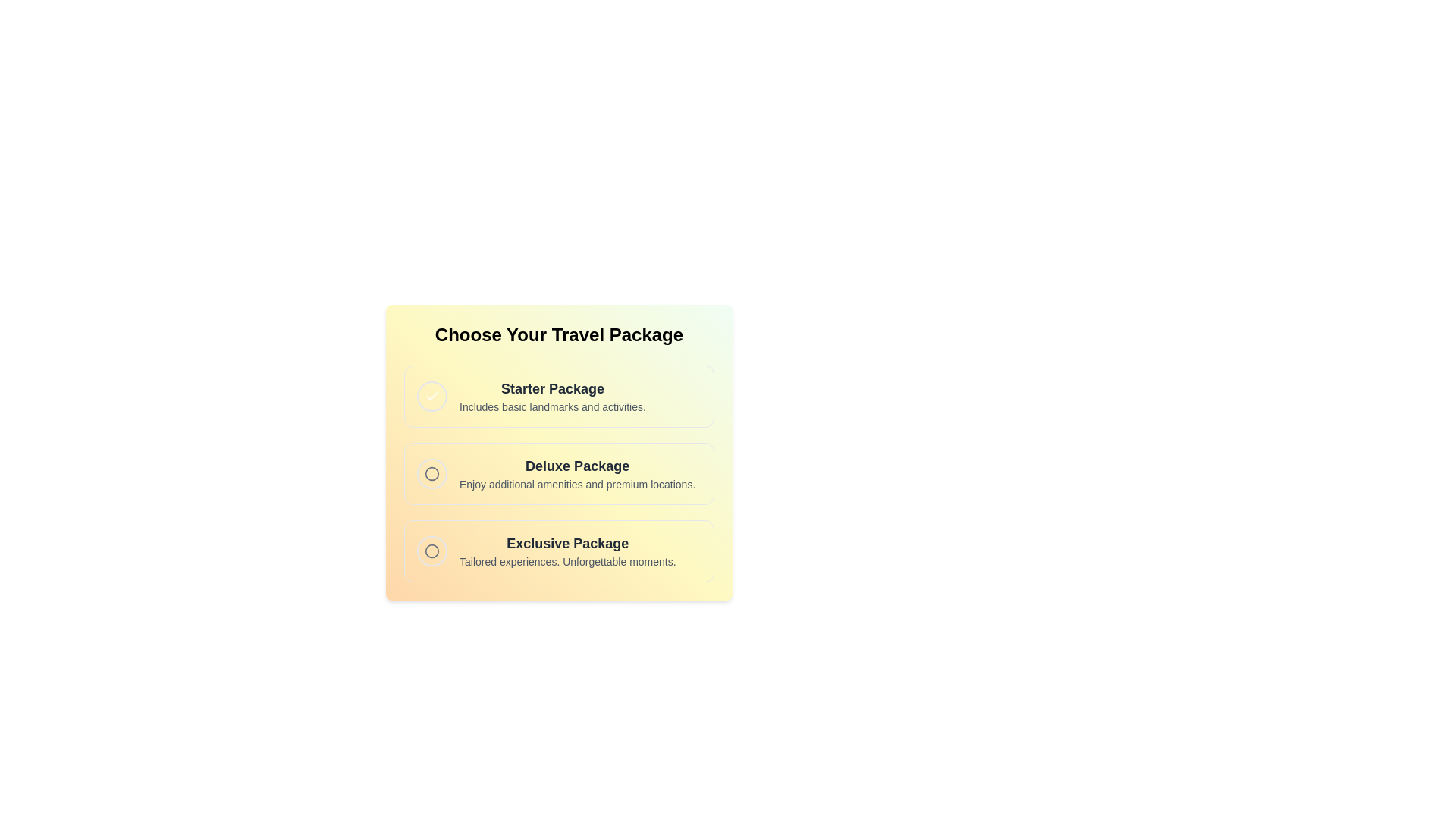 The image size is (1456, 819). Describe the element at coordinates (552, 396) in the screenshot. I see `information from the 'Starter Package' text label located at the uppermost option in the selection list of travel packages under the heading 'Choose Your Travel Package'` at that location.